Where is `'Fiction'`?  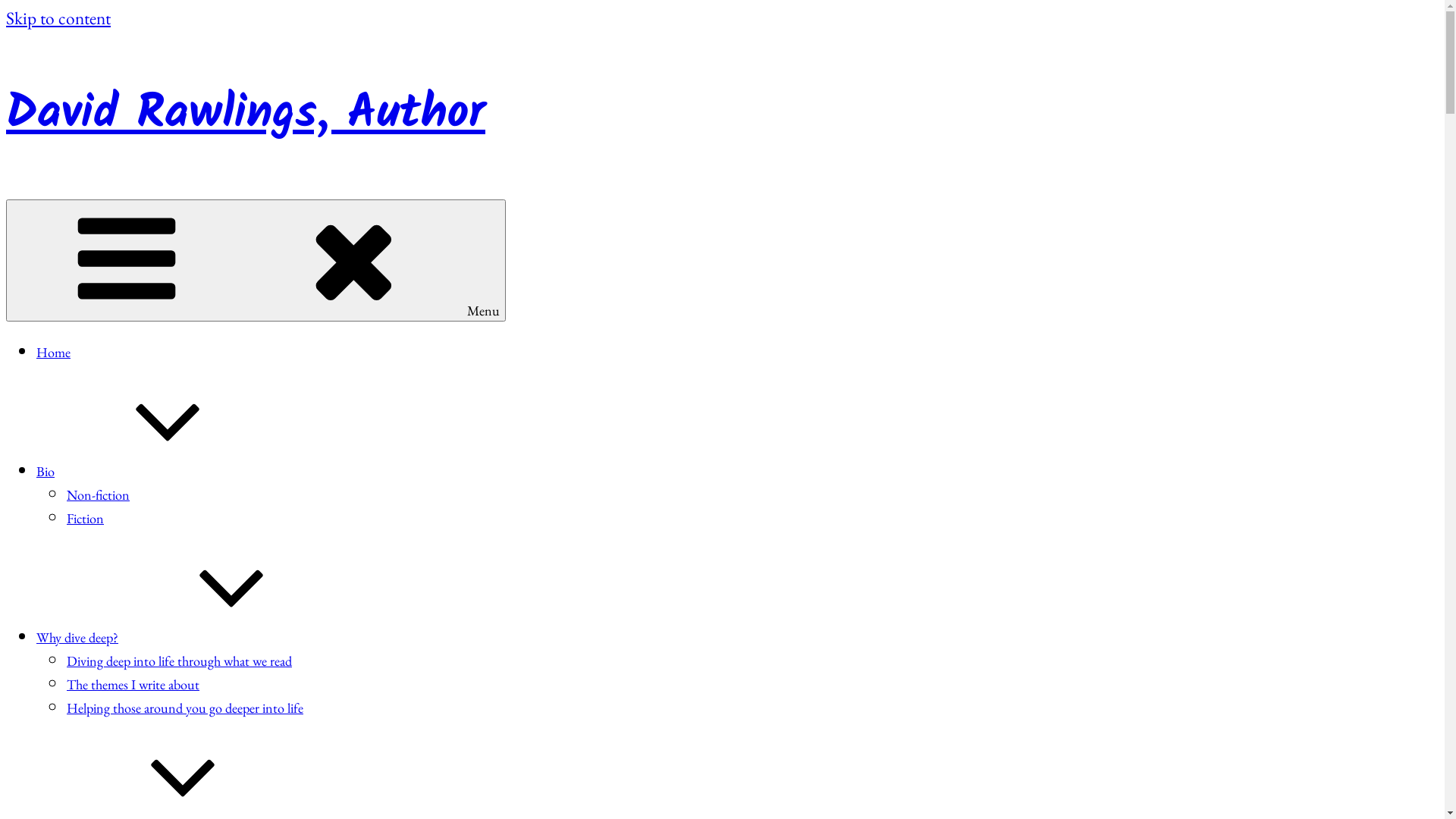
'Fiction' is located at coordinates (84, 517).